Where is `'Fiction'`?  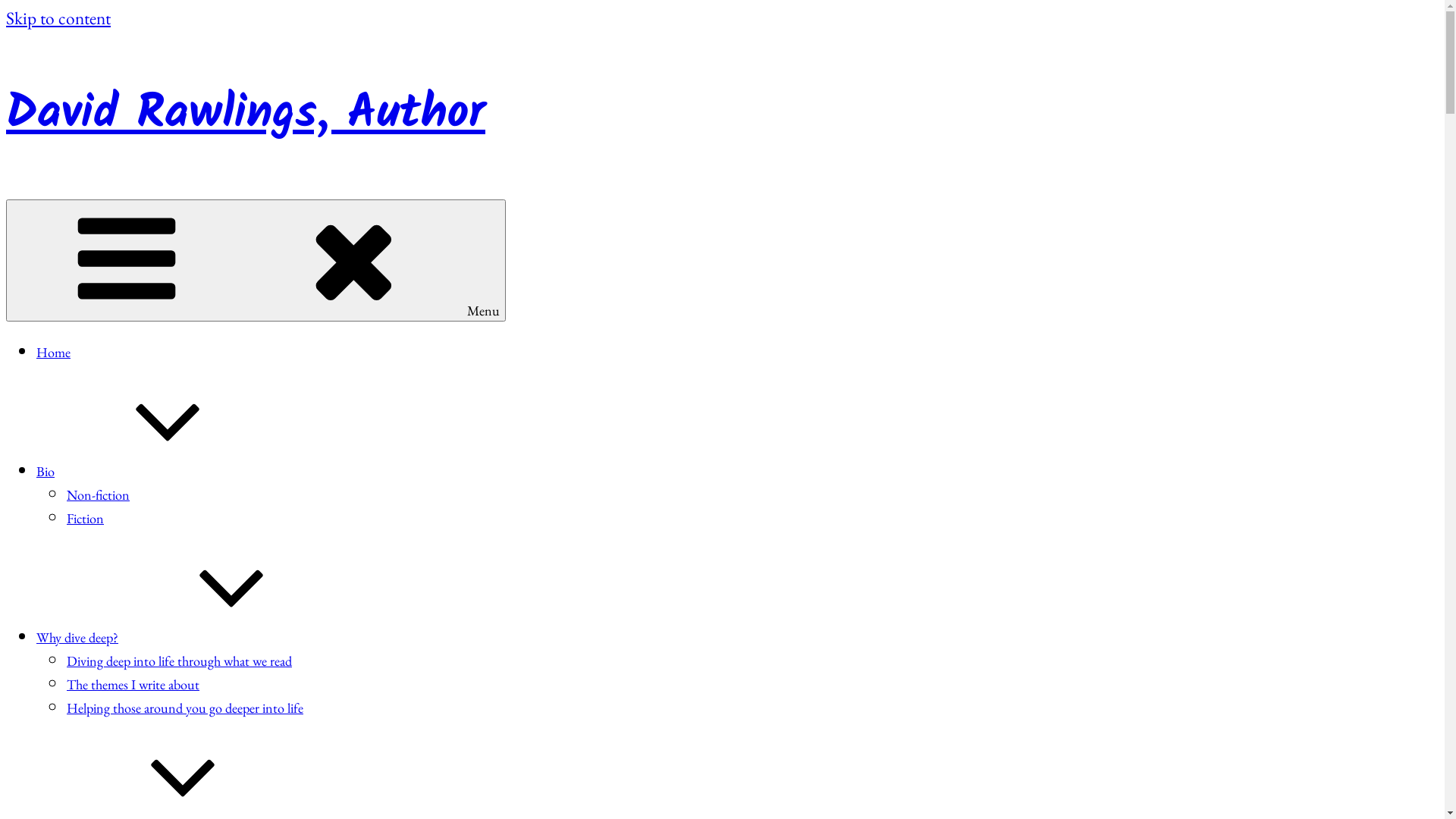
'Fiction' is located at coordinates (84, 517).